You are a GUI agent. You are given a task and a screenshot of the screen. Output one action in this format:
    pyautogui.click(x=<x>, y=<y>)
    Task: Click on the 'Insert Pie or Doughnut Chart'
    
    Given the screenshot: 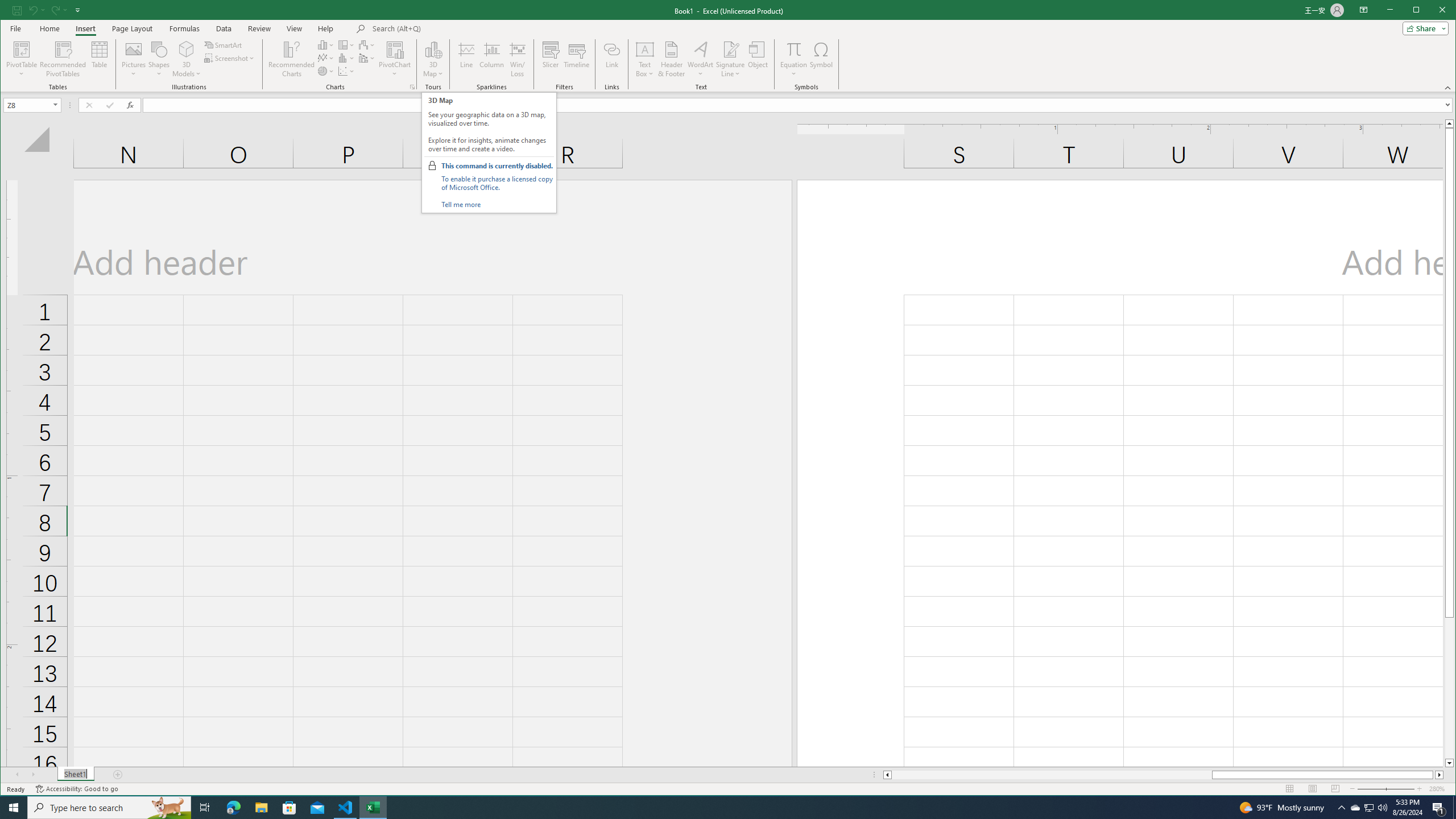 What is the action you would take?
    pyautogui.click(x=325, y=71)
    